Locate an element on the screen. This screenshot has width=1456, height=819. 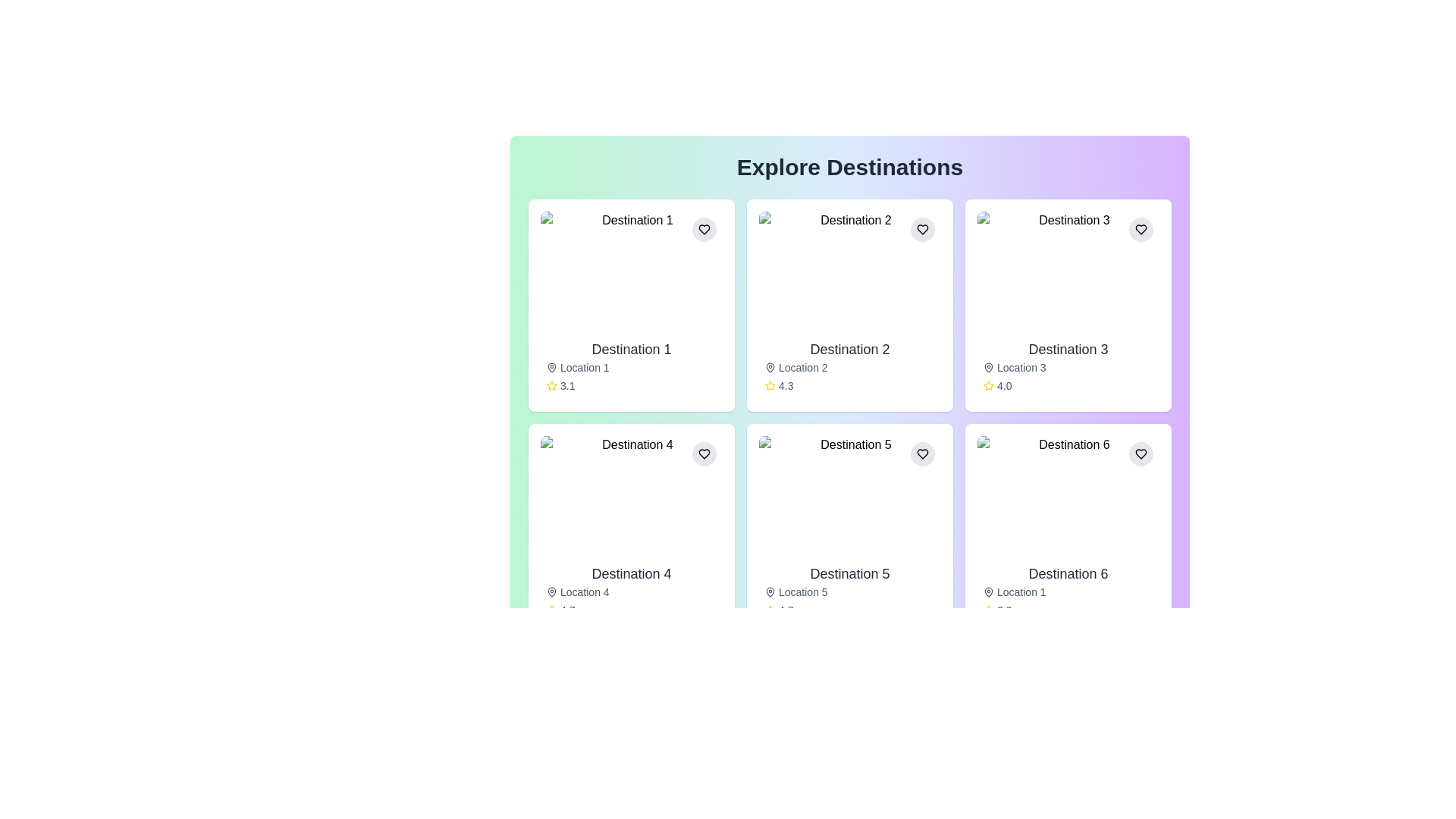
the text label that serves as the title for 'Destination 5', located below an image and above 'Location 5' and its rating in the second row, second column of the grid is located at coordinates (850, 573).